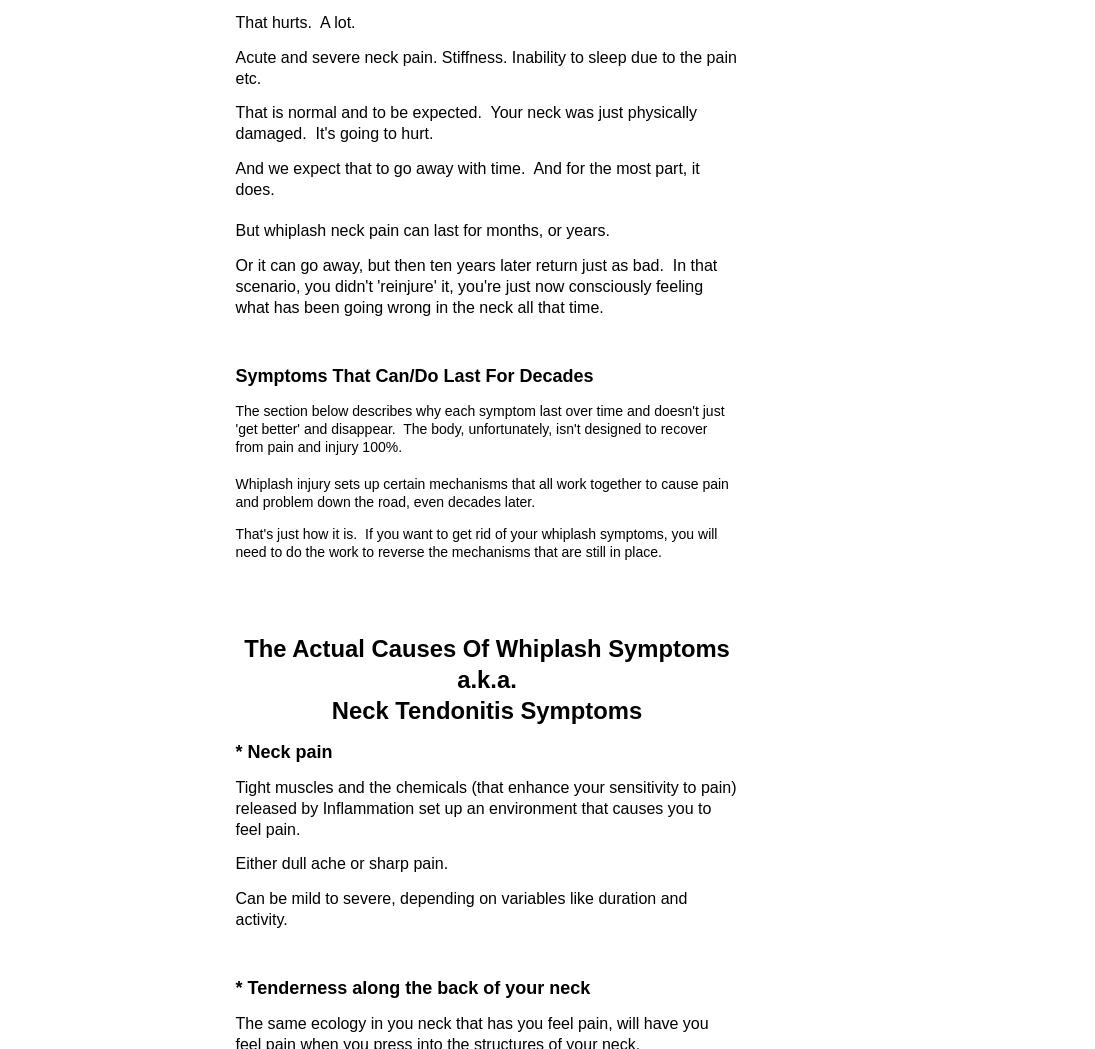 The width and height of the screenshot is (1095, 1049). What do you see at coordinates (234, 907) in the screenshot?
I see `'Can be mild to severe, depending on variables like duration and activity.'` at bounding box center [234, 907].